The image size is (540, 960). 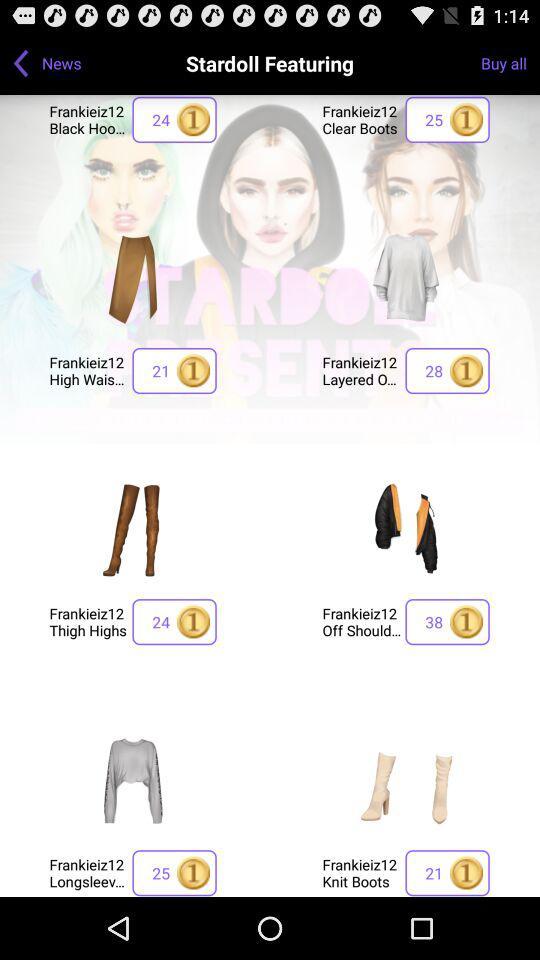 I want to click on the item next to 21 icon, so click(x=360, y=369).